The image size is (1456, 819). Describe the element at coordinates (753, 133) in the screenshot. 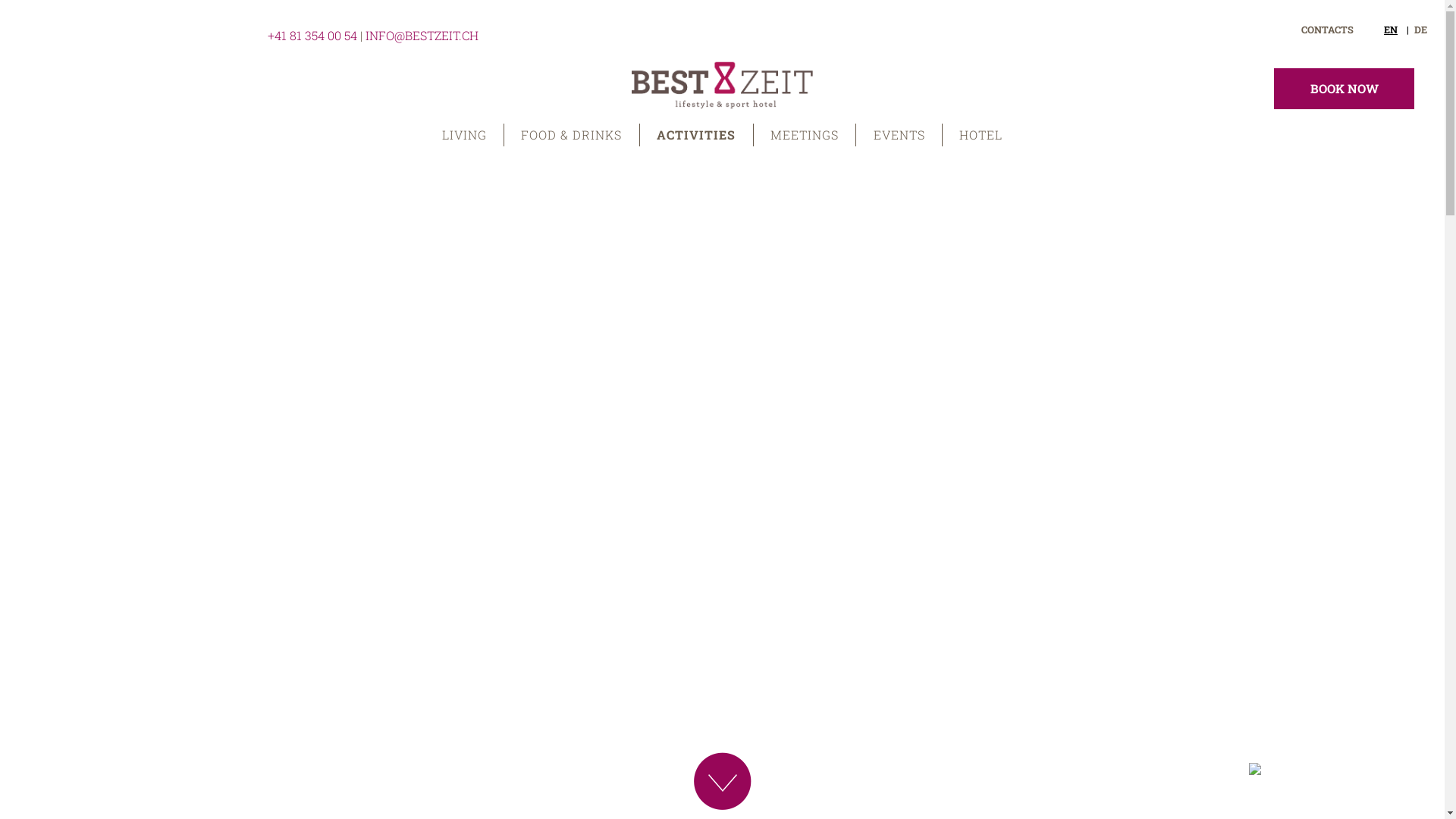

I see `'MEETINGS'` at that location.